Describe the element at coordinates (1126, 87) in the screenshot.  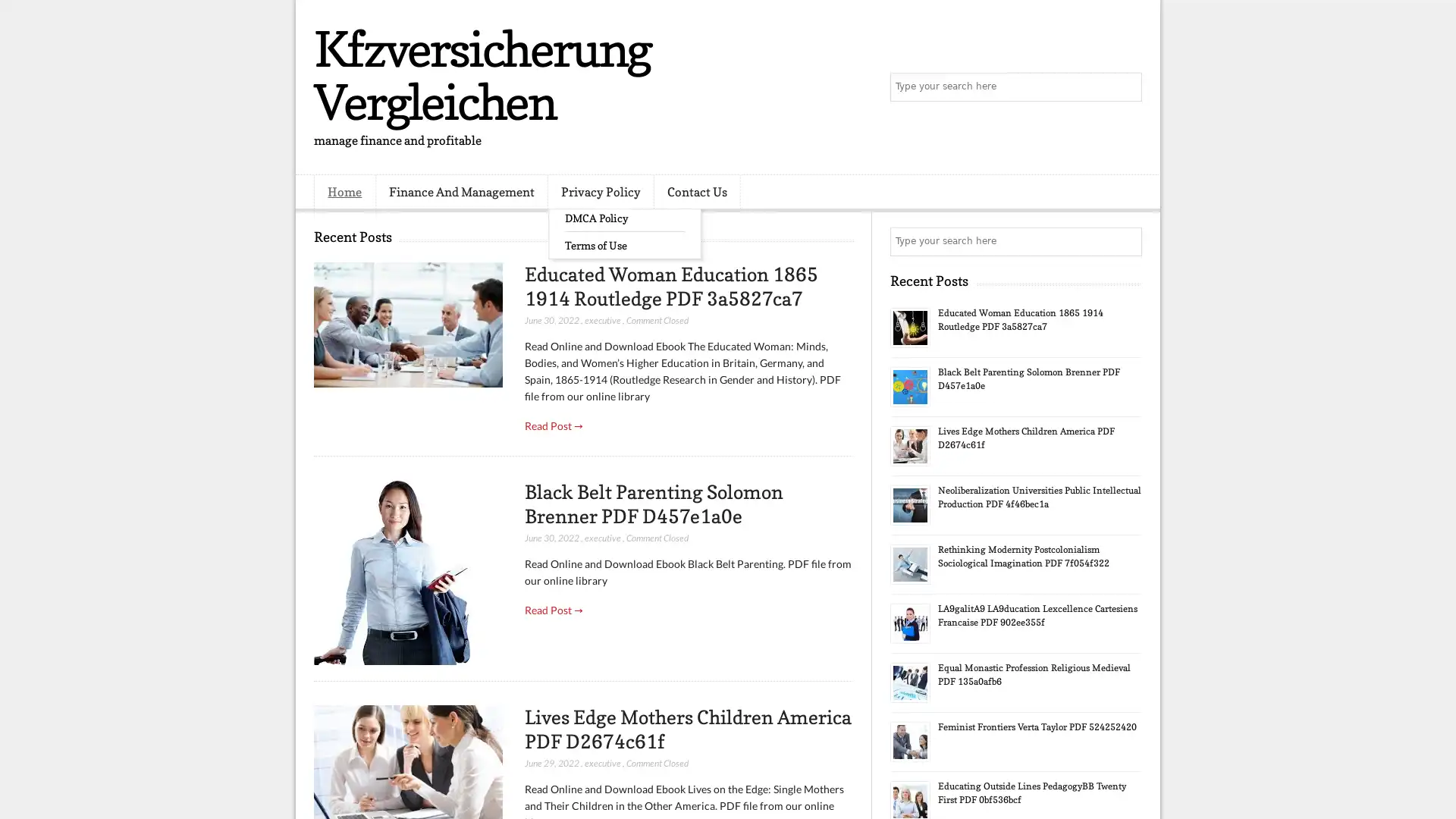
I see `Search` at that location.